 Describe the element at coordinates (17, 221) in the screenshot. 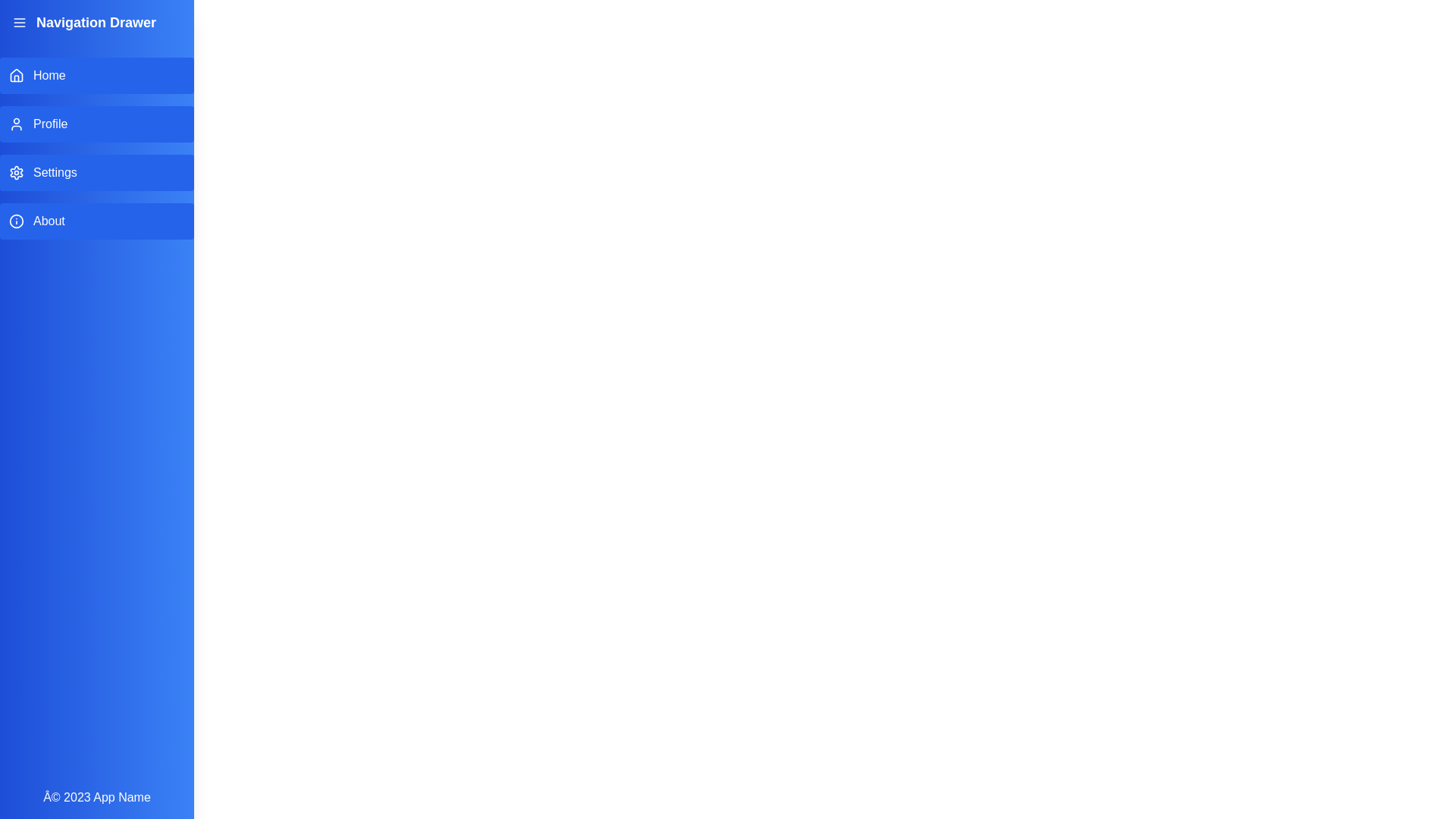

I see `the 'About' menu item icon, which is the first visual element in the left vertical navigation drawer, indicating informational content about the application` at that location.